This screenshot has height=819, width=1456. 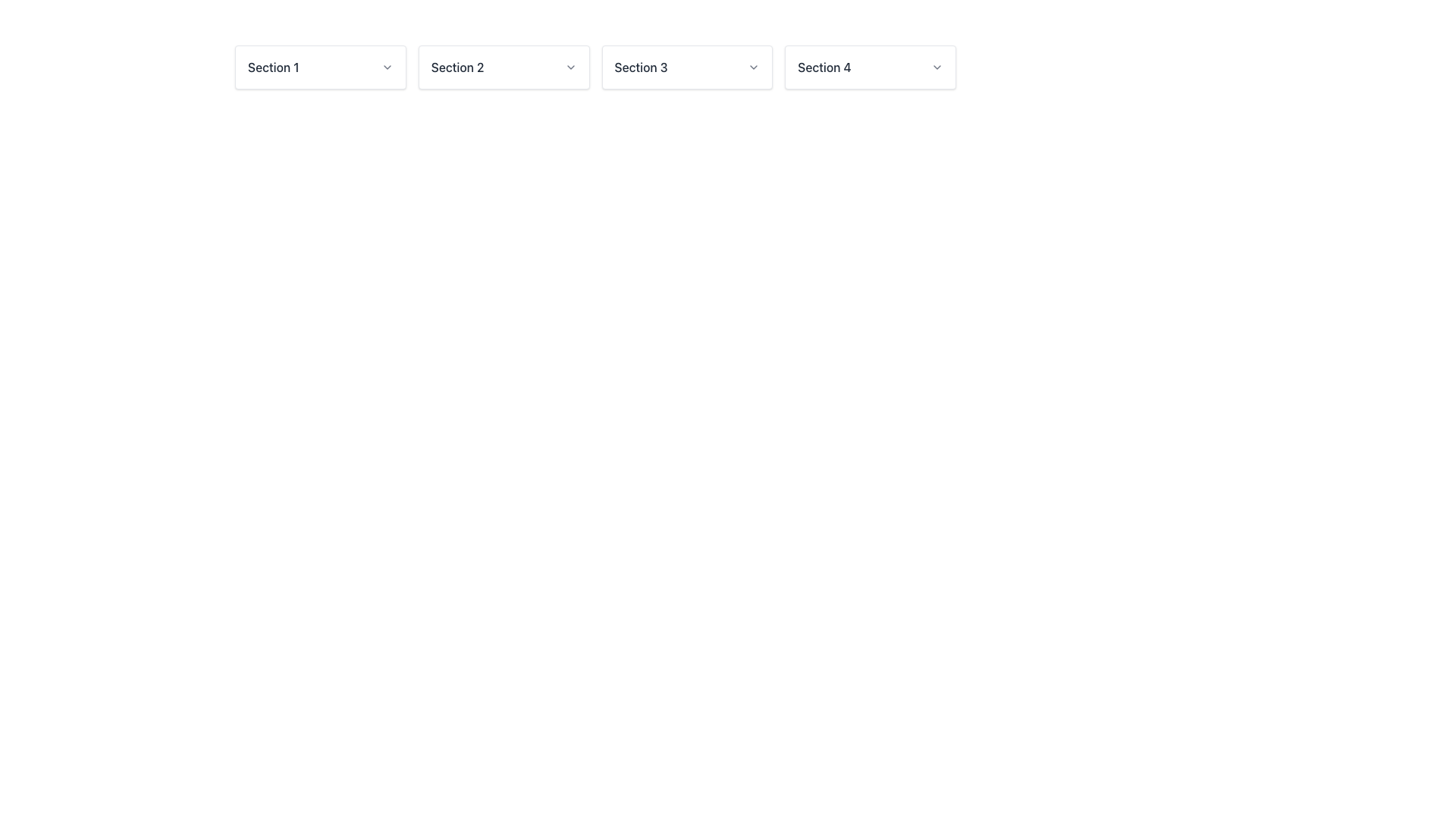 I want to click on the Dropdown menu trigger labeled 'Section 3', so click(x=686, y=66).